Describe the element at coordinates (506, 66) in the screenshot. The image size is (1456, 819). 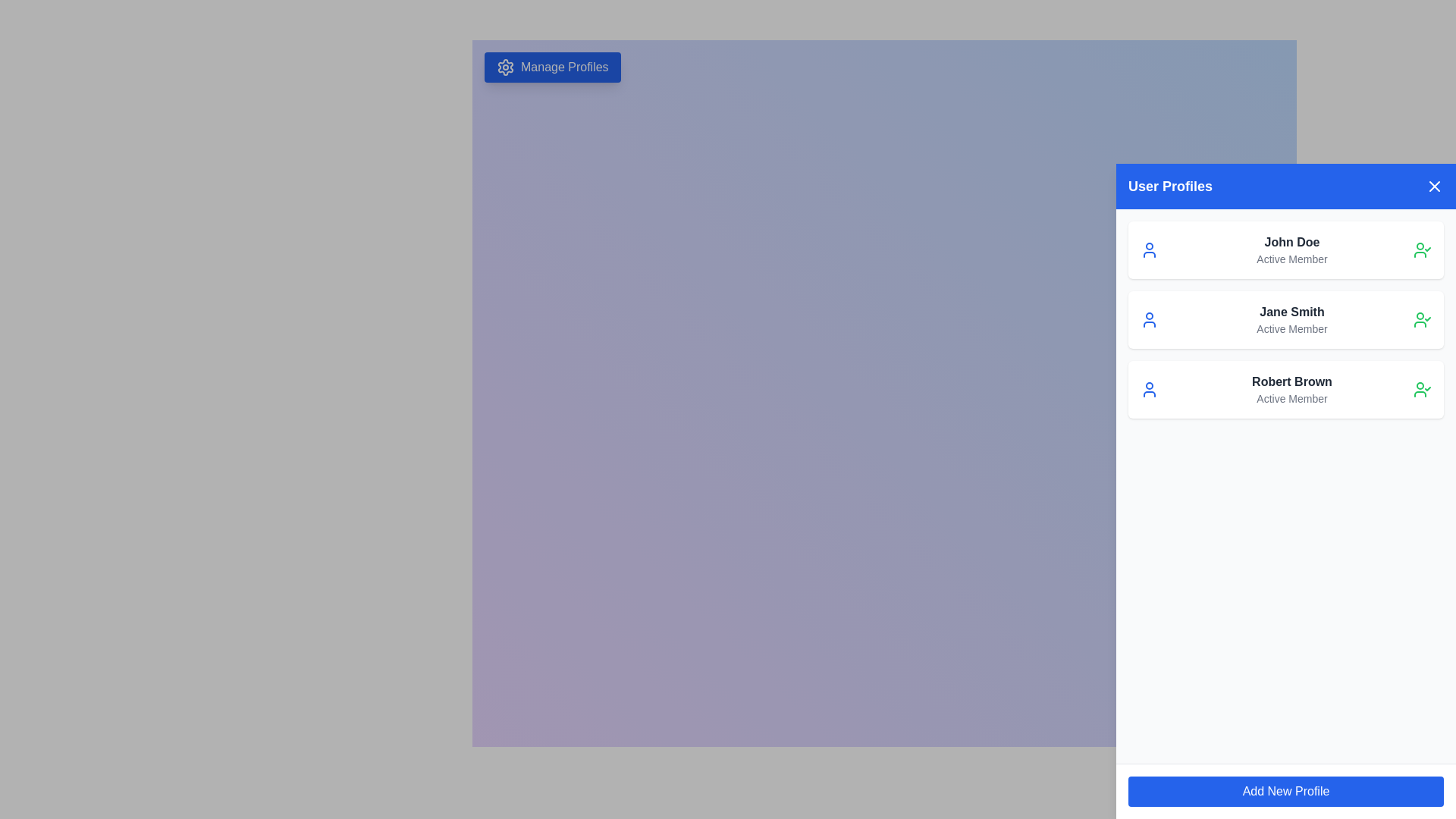
I see `the gear icon located within the 'Manage Profiles' button, which serves as a visual indicator for navigation or interaction related to settings or management tasks` at that location.